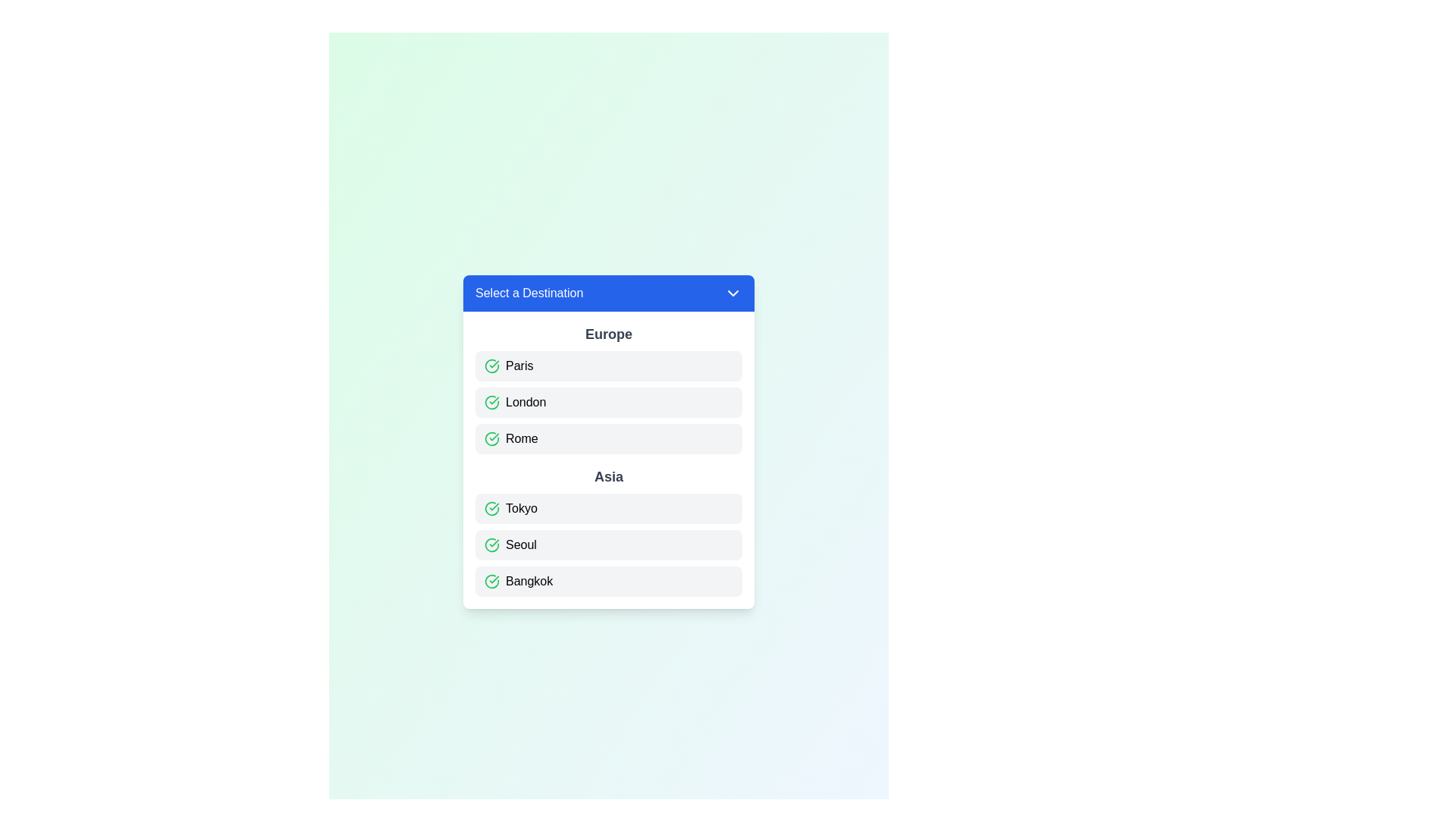 This screenshot has height=819, width=1456. I want to click on the button labeled 'Seoul', which is the second option under the 'Asia' section of the dropdown menu, so click(521, 544).